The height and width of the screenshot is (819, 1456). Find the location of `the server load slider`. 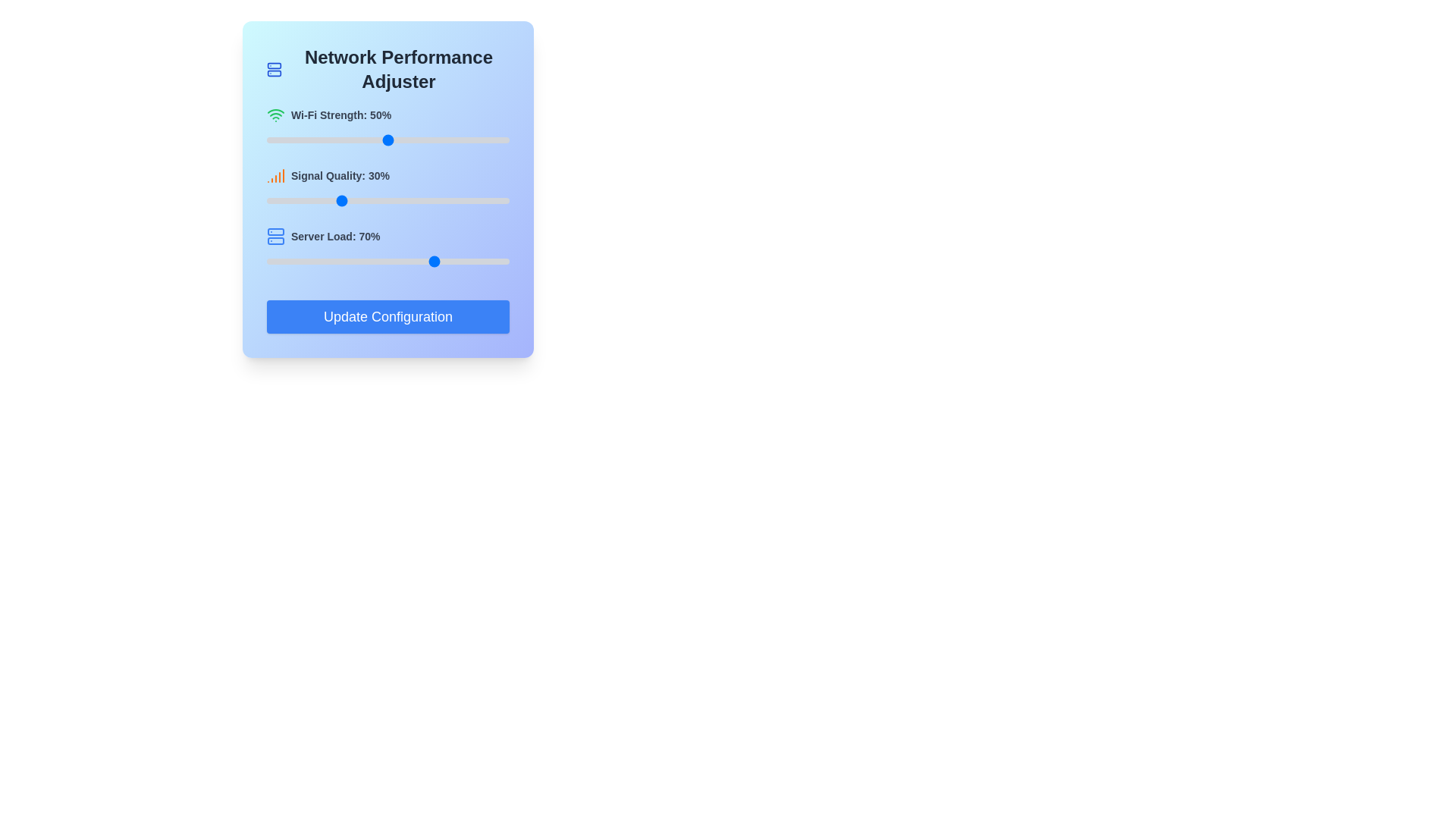

the server load slider is located at coordinates (344, 260).